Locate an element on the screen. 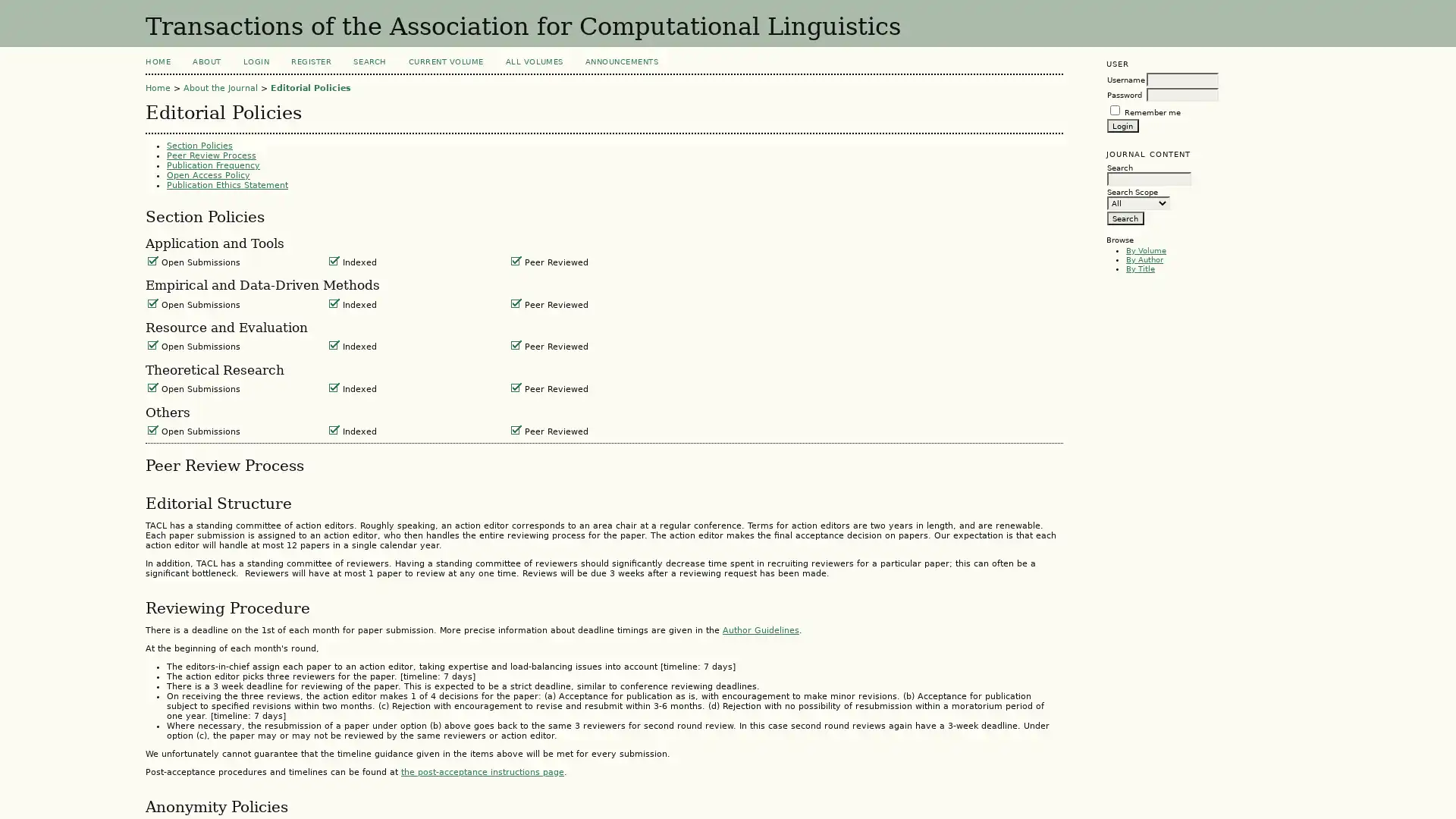 The width and height of the screenshot is (1456, 819). Login is located at coordinates (1122, 124).